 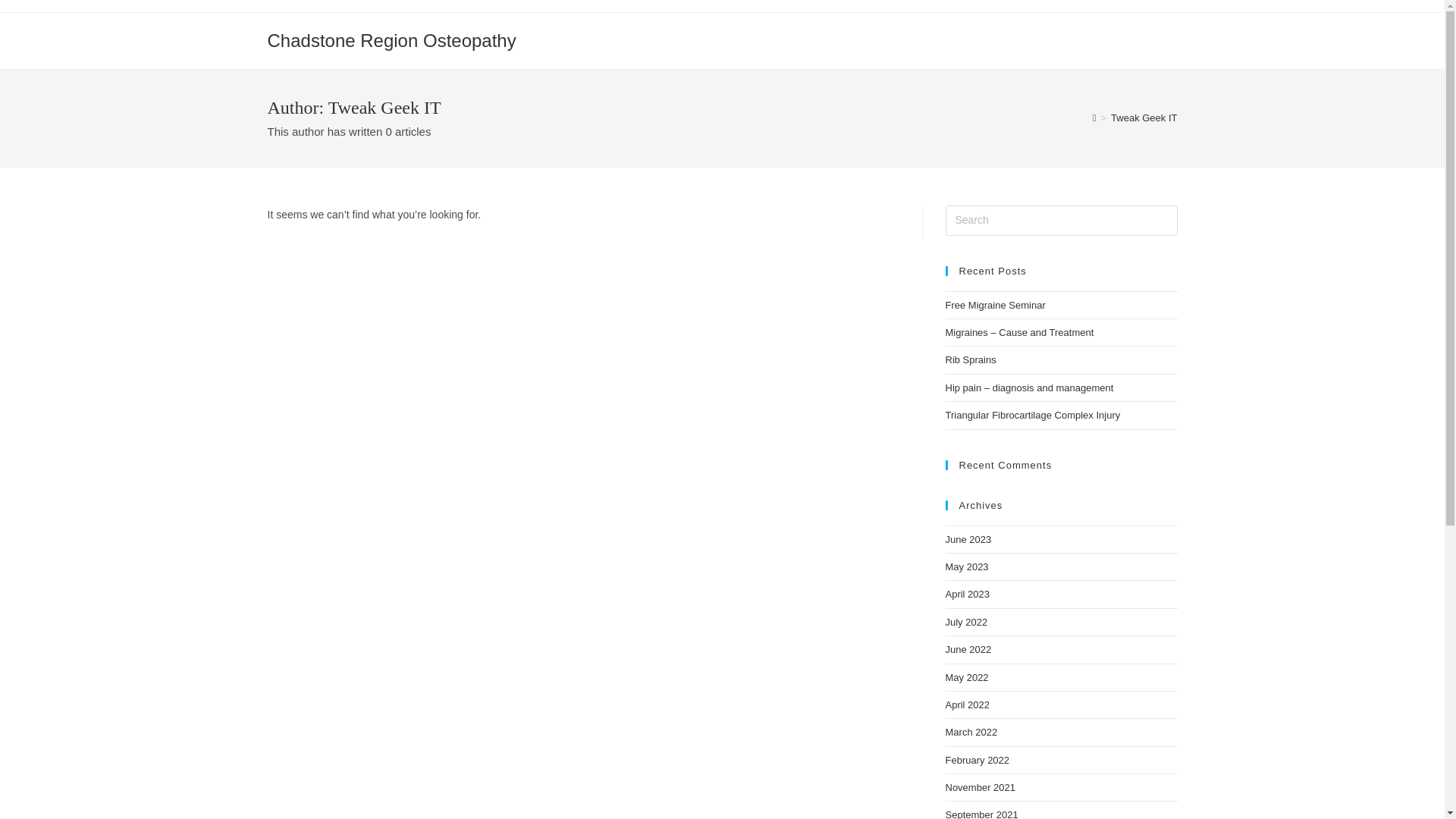 I want to click on 'March 2022', so click(x=971, y=731).